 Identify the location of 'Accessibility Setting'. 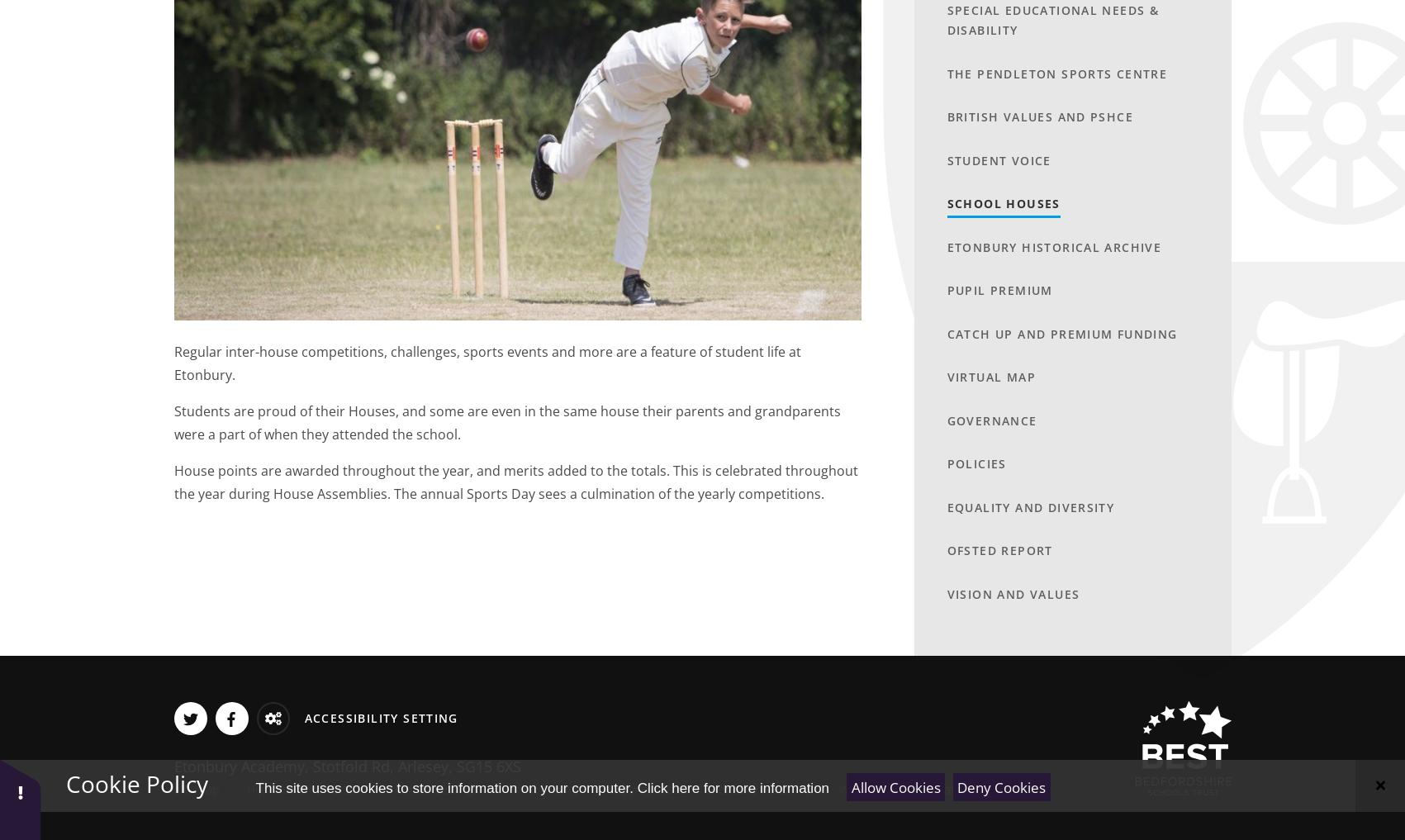
(379, 718).